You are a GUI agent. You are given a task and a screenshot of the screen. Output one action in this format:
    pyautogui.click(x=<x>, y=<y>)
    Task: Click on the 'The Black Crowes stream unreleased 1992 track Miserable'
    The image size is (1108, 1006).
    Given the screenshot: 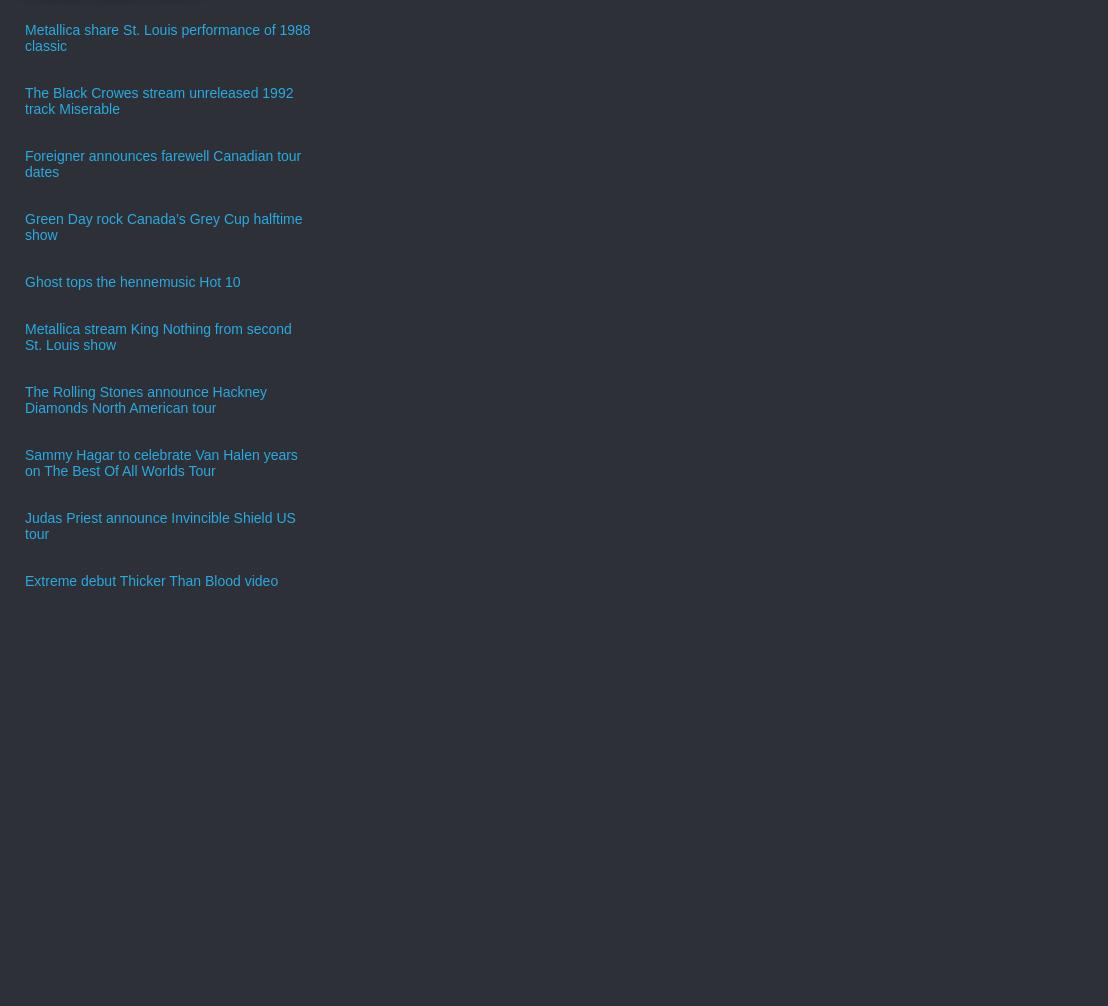 What is the action you would take?
    pyautogui.click(x=25, y=99)
    